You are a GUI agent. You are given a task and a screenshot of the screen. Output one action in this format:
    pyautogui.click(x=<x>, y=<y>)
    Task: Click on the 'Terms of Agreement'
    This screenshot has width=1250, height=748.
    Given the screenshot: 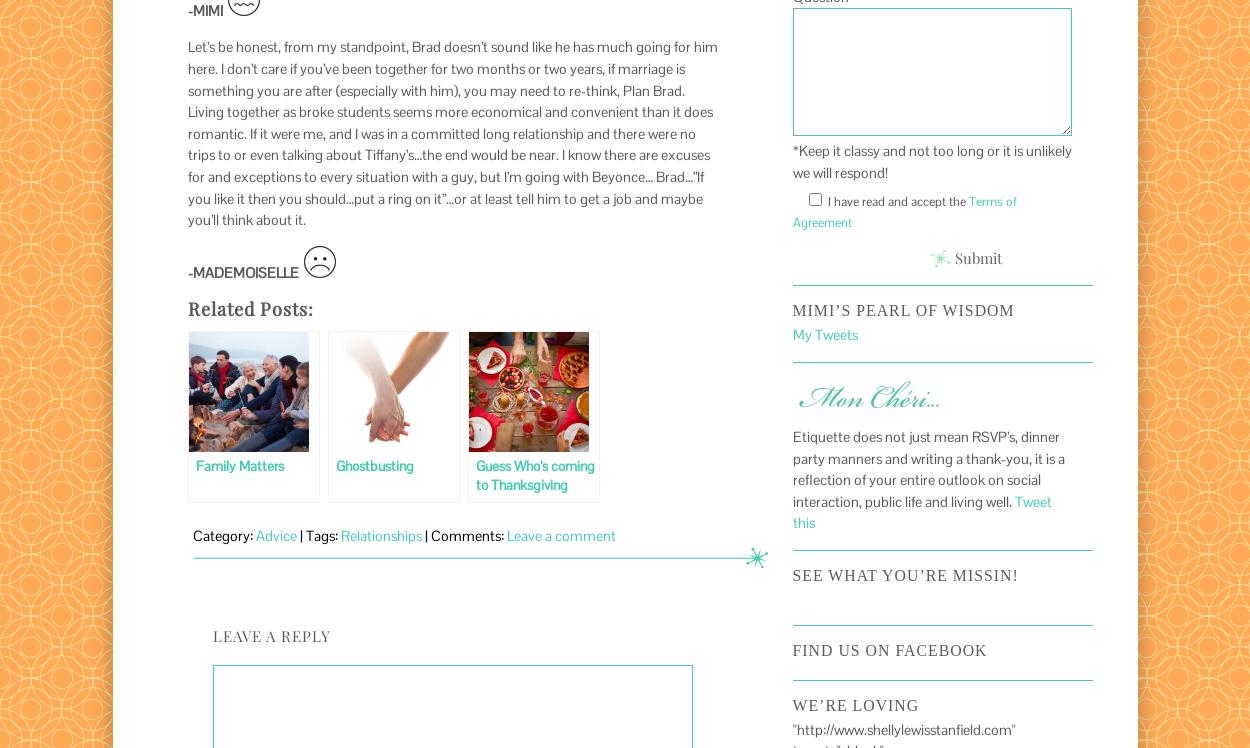 What is the action you would take?
    pyautogui.click(x=904, y=211)
    